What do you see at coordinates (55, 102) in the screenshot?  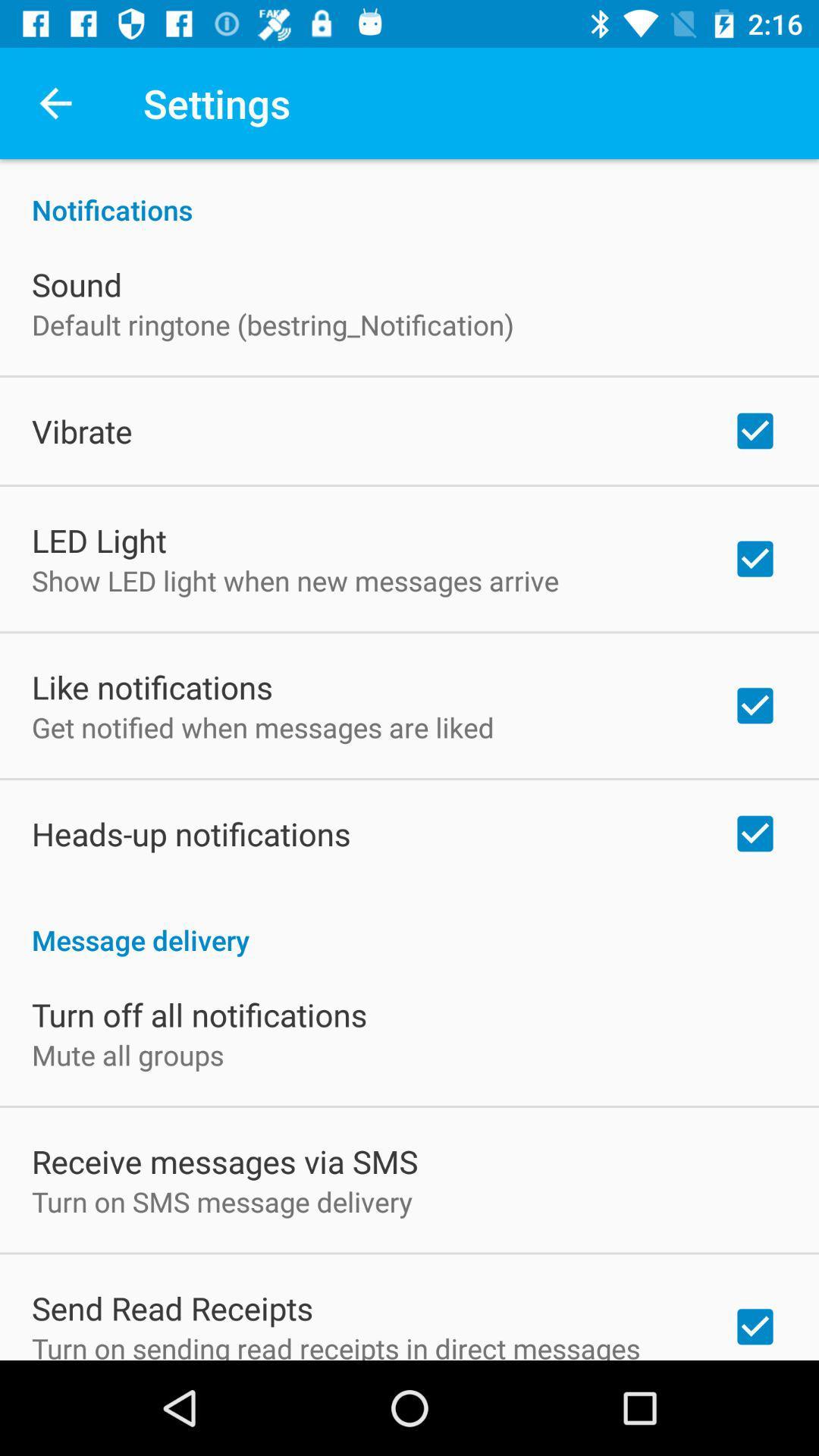 I see `the icon to the left of the settings icon` at bounding box center [55, 102].